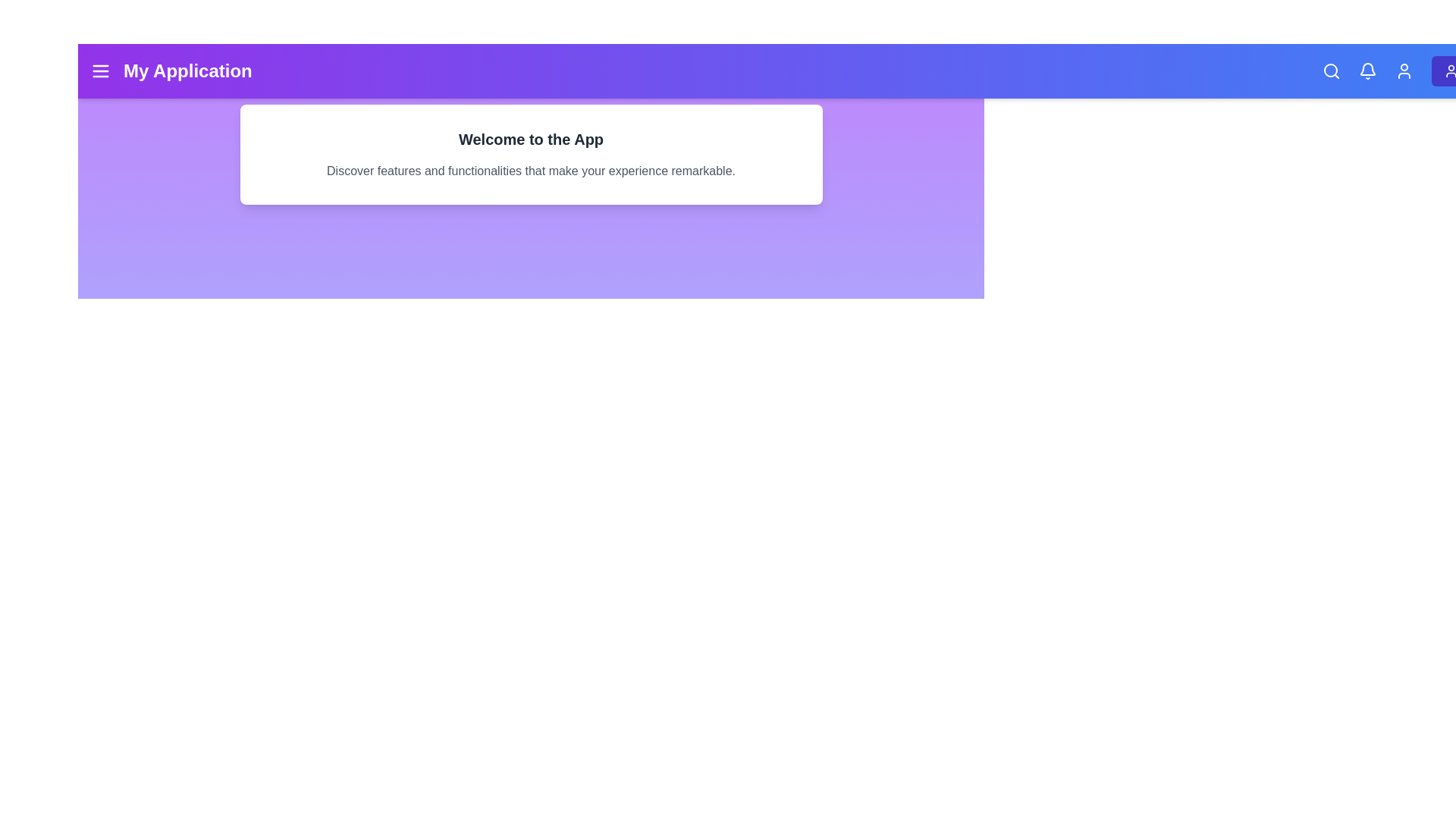 The width and height of the screenshot is (1456, 819). I want to click on the search icon to initiate a search action, so click(1330, 71).